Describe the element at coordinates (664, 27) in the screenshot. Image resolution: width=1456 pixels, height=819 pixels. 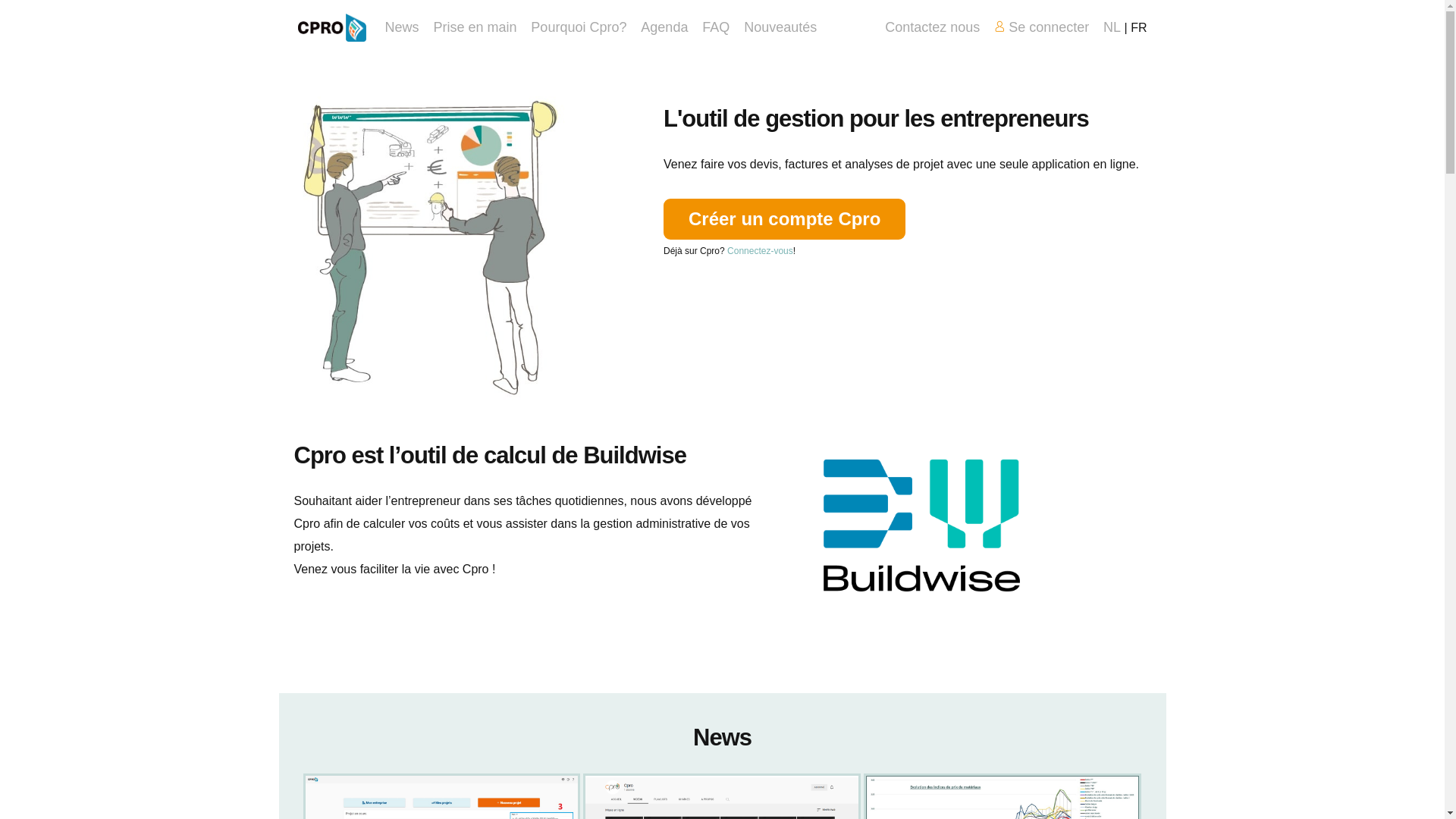
I see `'Agenda'` at that location.